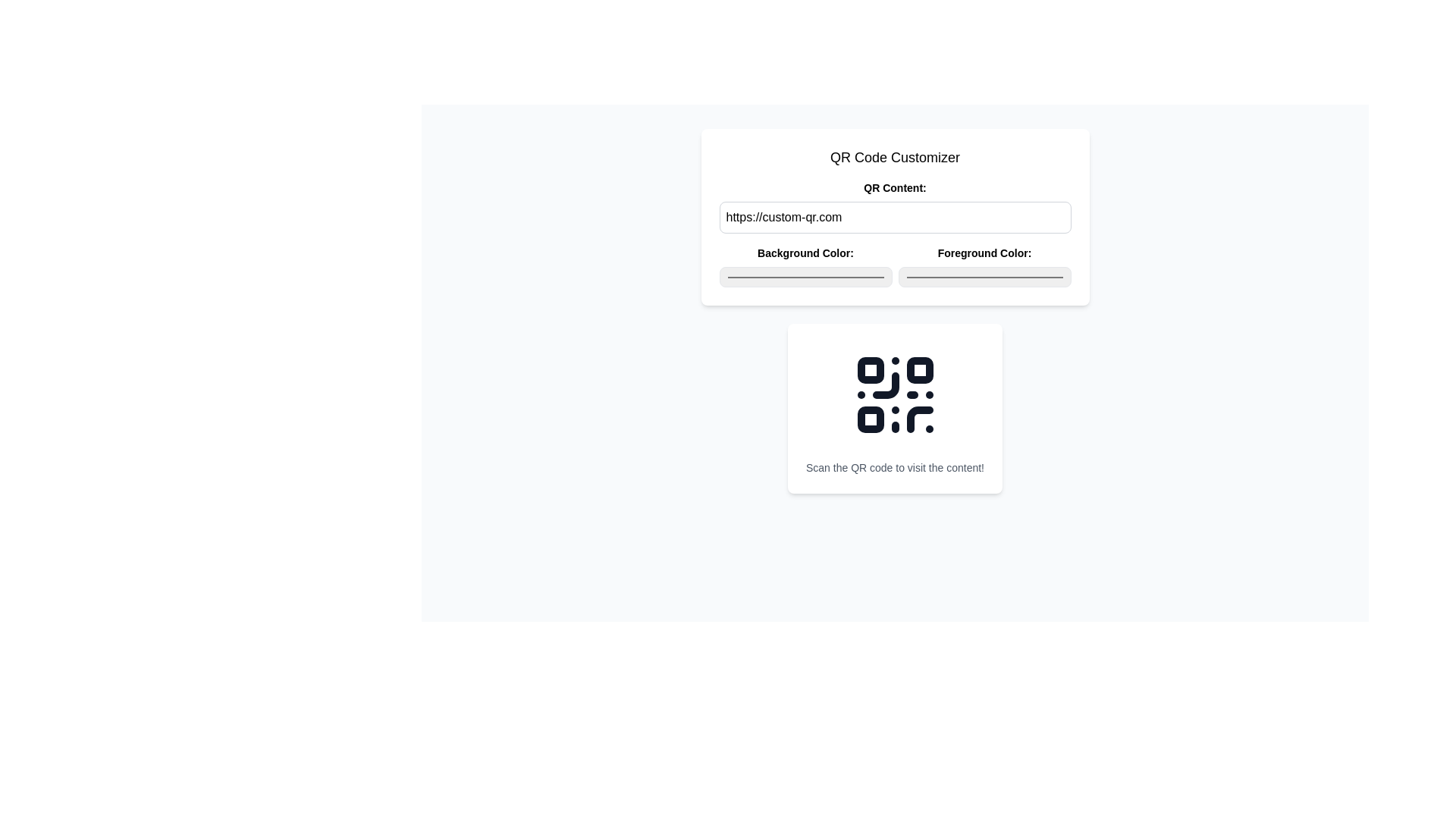 This screenshot has width=1456, height=819. Describe the element at coordinates (885, 384) in the screenshot. I see `the decorative graphical element resembling a curved line segment in the QR code, located in the lower-left quadrant, right of the top-left large square and below the horizontal bar` at that location.